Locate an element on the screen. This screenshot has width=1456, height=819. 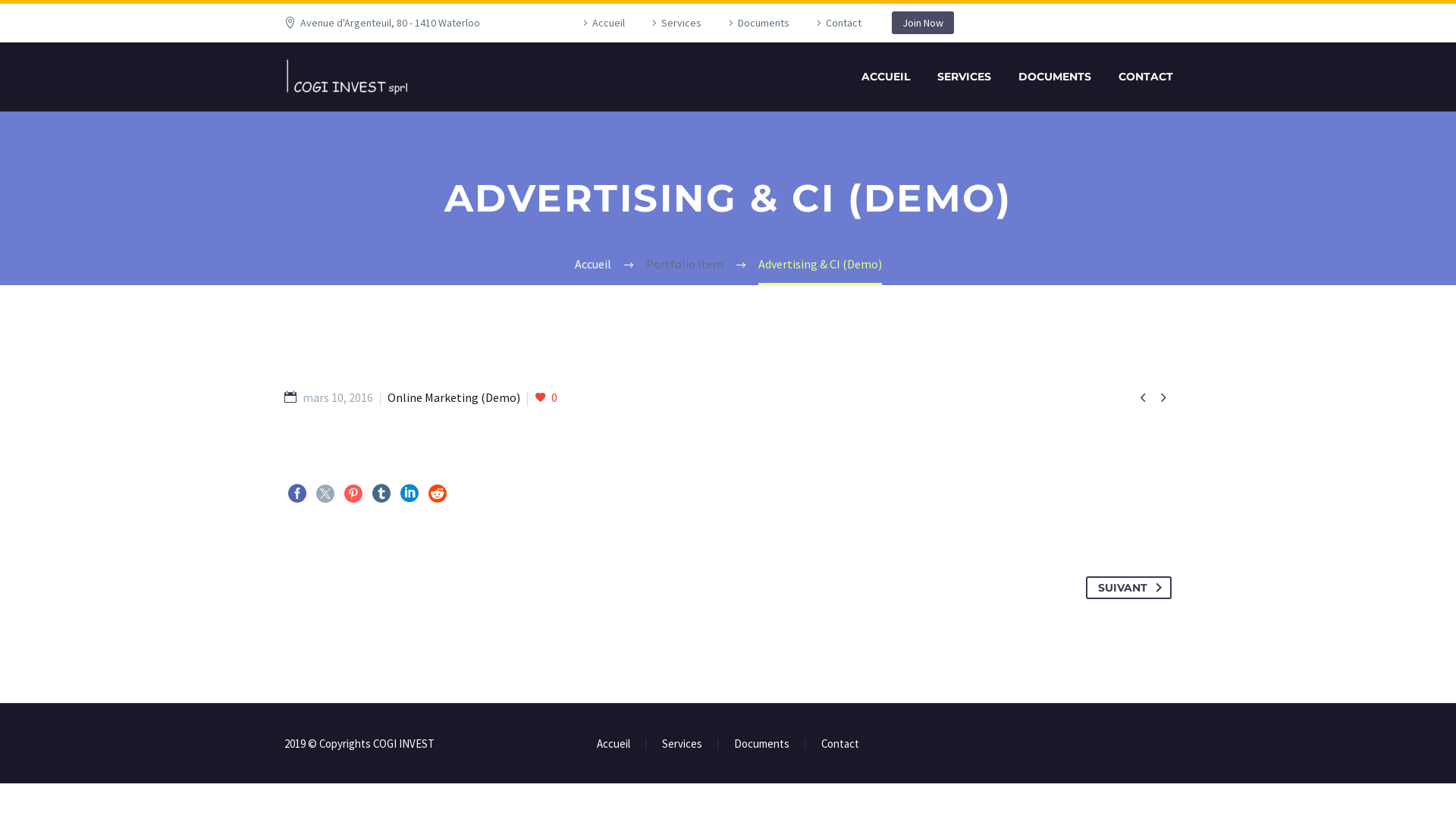
'Twitter' is located at coordinates (324, 494).